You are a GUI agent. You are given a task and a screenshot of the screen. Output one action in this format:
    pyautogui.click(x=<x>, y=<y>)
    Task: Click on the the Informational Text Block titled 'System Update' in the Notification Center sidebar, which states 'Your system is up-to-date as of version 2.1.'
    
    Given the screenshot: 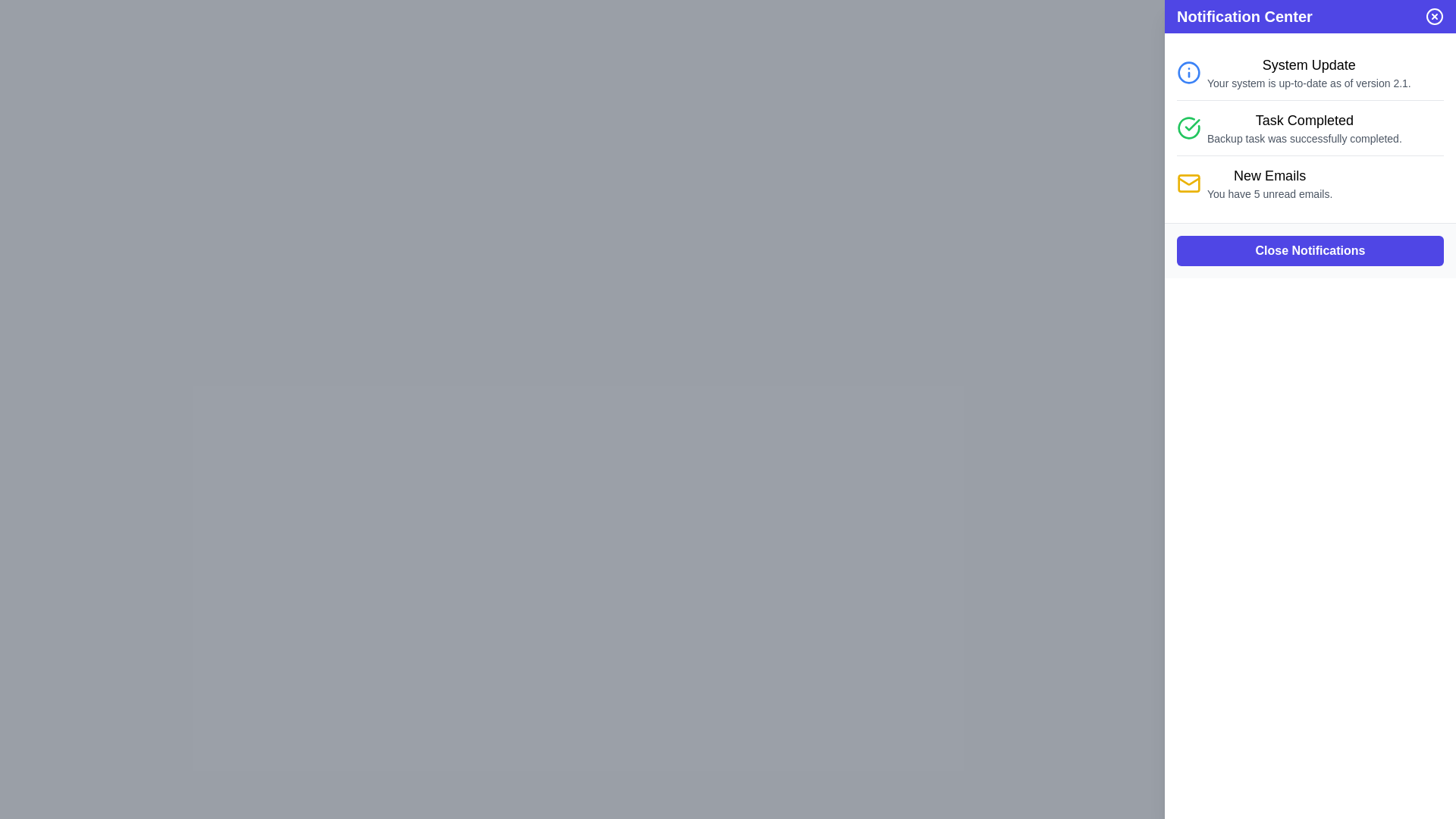 What is the action you would take?
    pyautogui.click(x=1308, y=73)
    